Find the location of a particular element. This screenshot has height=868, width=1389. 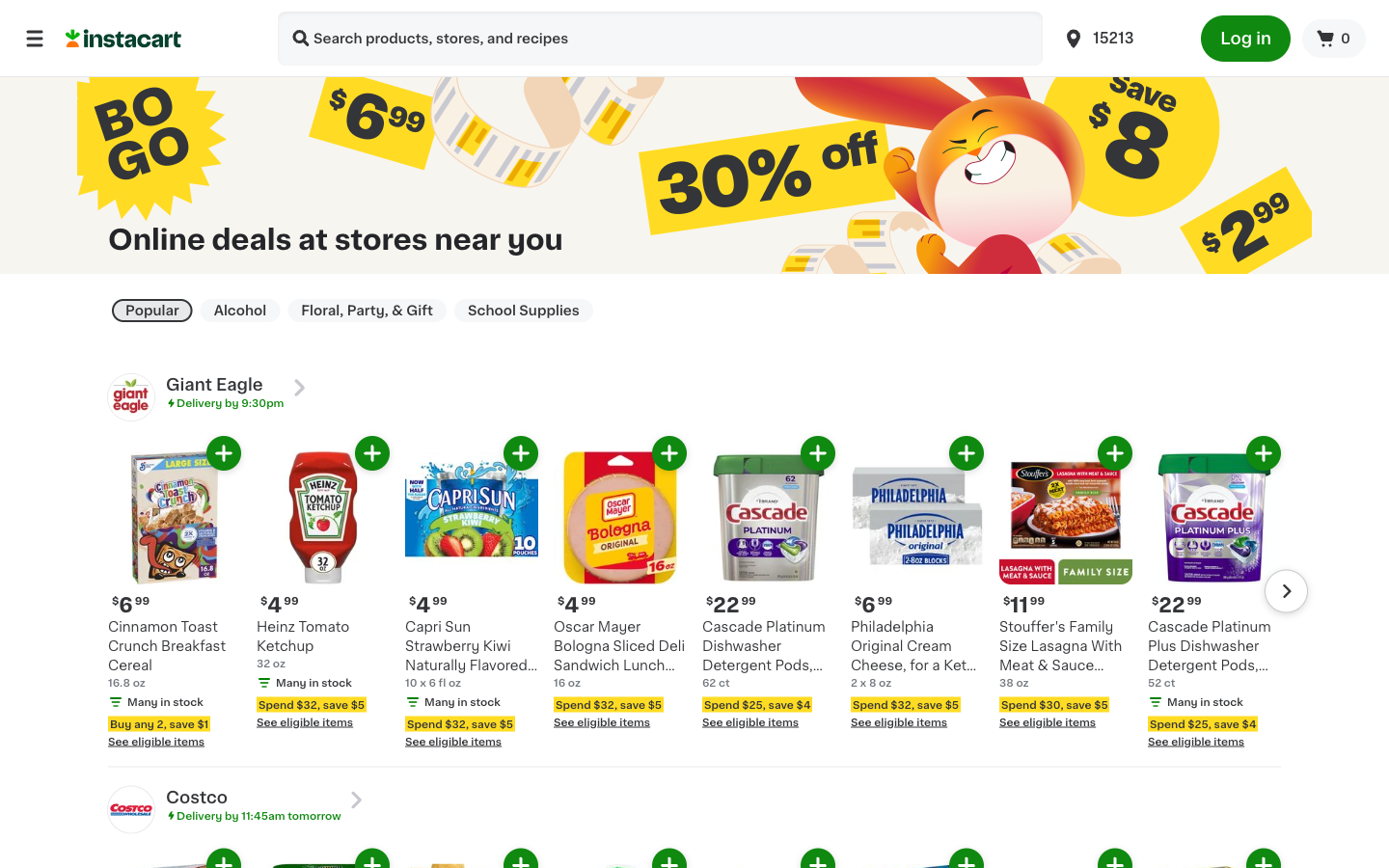

Go to the main page of Instacart is located at coordinates (159, 37).